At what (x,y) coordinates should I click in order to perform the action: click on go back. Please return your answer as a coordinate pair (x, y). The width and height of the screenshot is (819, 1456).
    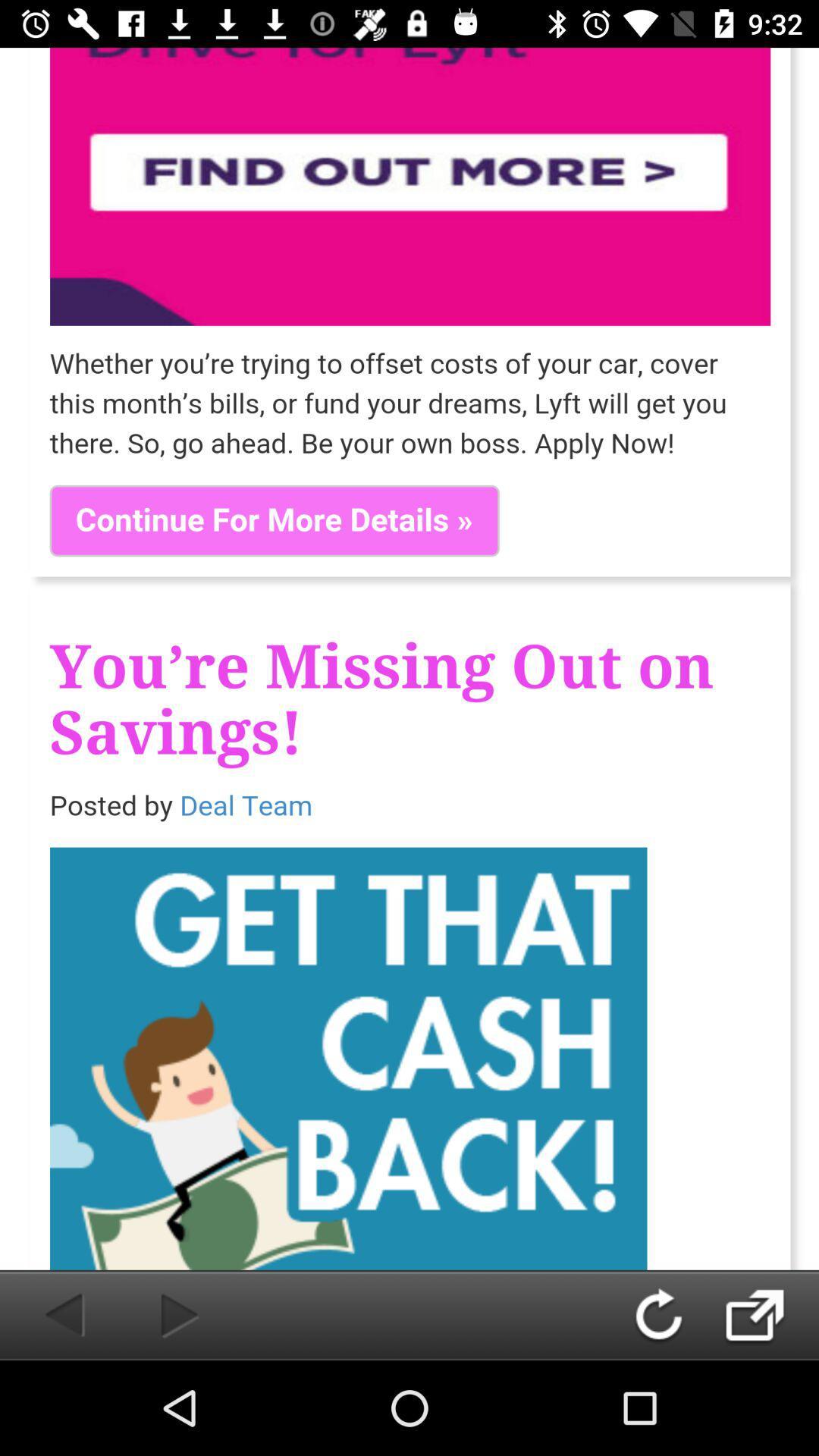
    Looking at the image, I should click on (673, 1314).